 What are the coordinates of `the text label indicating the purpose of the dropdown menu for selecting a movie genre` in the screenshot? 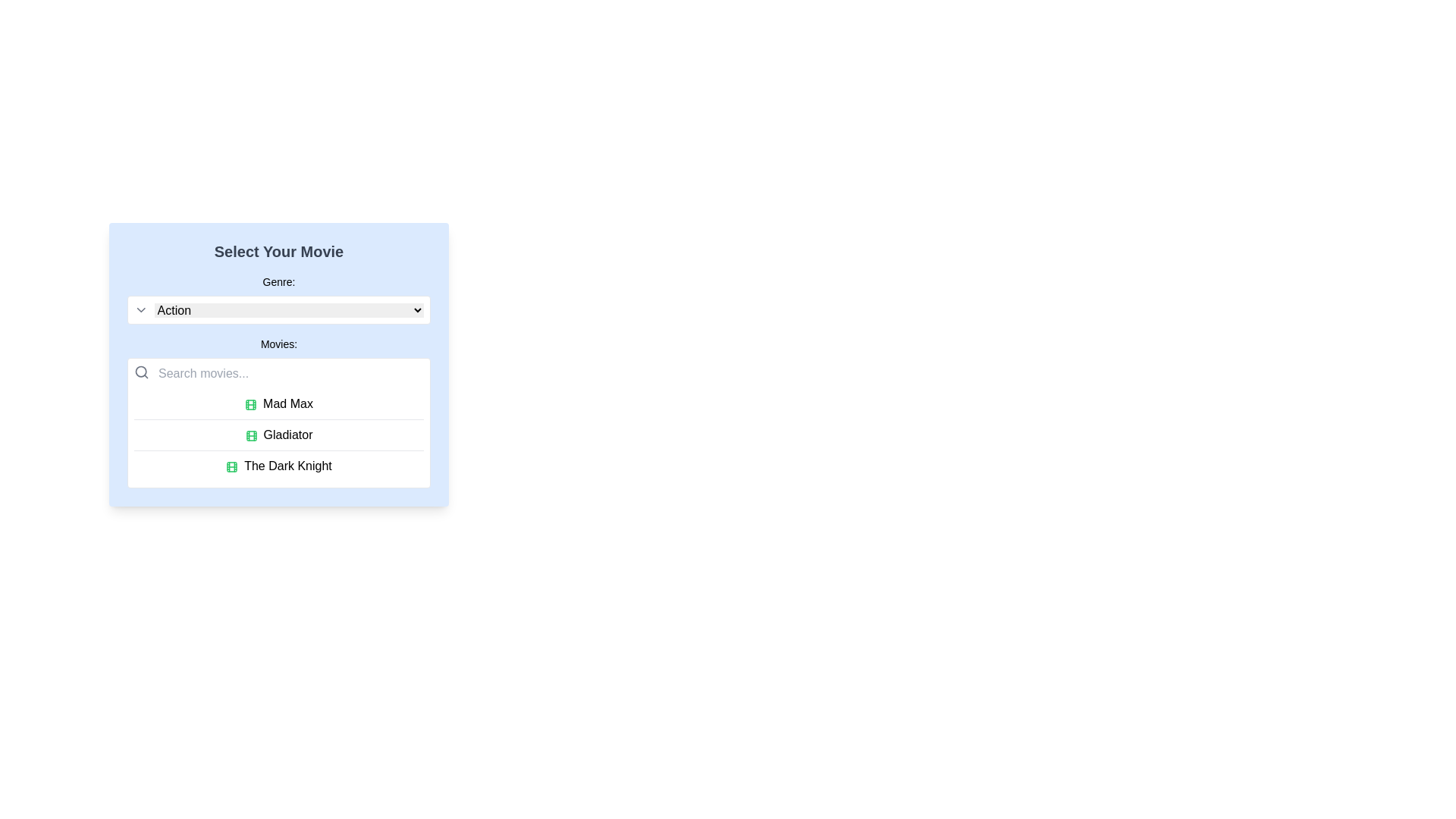 It's located at (279, 281).